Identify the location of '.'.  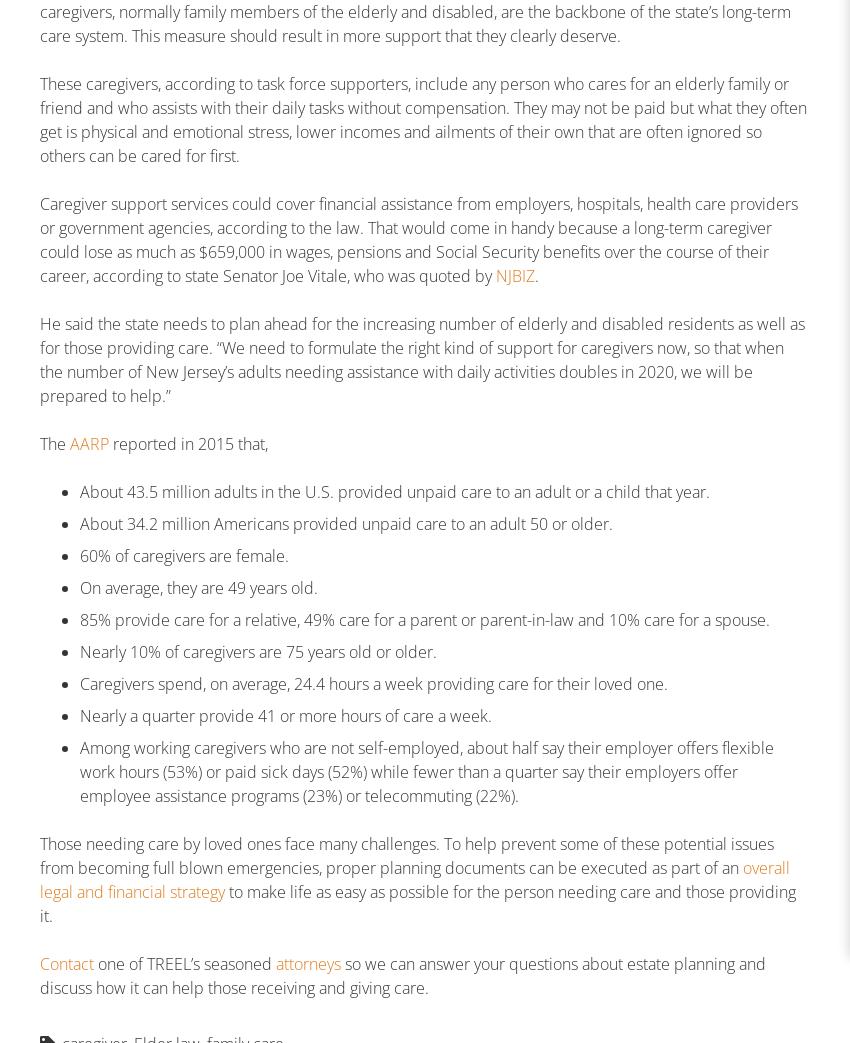
(536, 275).